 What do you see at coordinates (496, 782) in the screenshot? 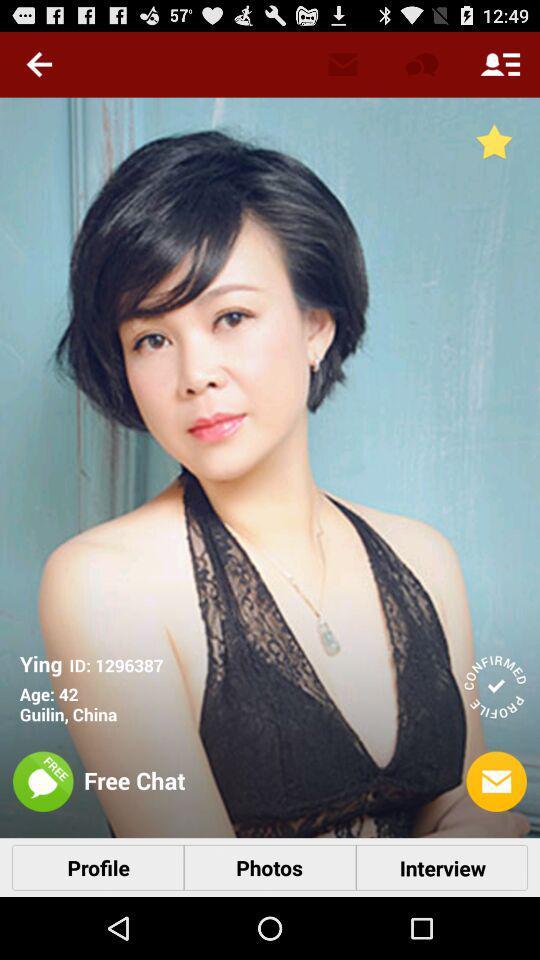
I see `the message icon` at bounding box center [496, 782].